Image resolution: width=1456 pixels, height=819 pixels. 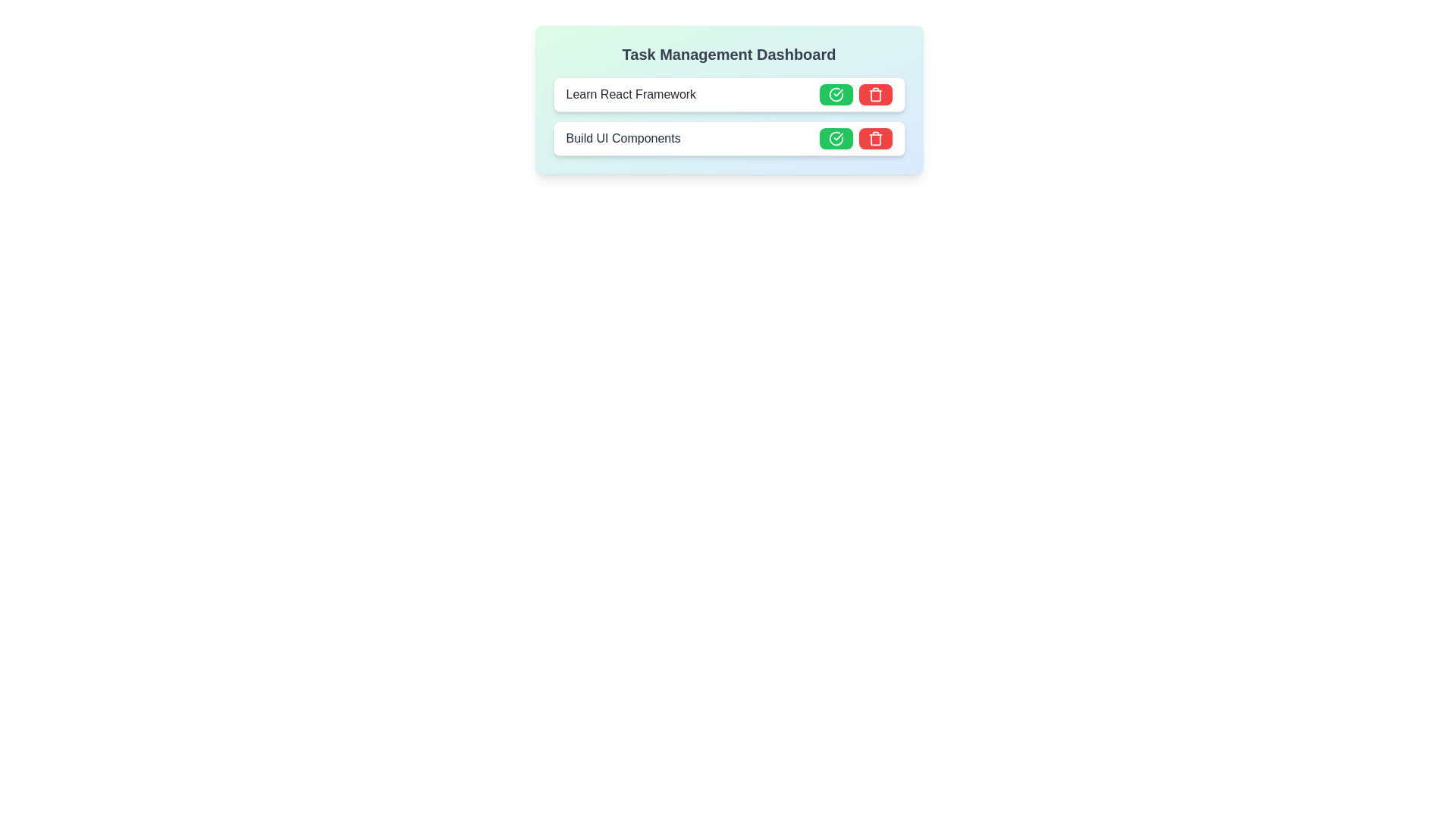 What do you see at coordinates (631, 94) in the screenshot?
I see `the Text Label that serves as the title of a specific task in the task management dashboard, located prominently at the left of the first task entry` at bounding box center [631, 94].